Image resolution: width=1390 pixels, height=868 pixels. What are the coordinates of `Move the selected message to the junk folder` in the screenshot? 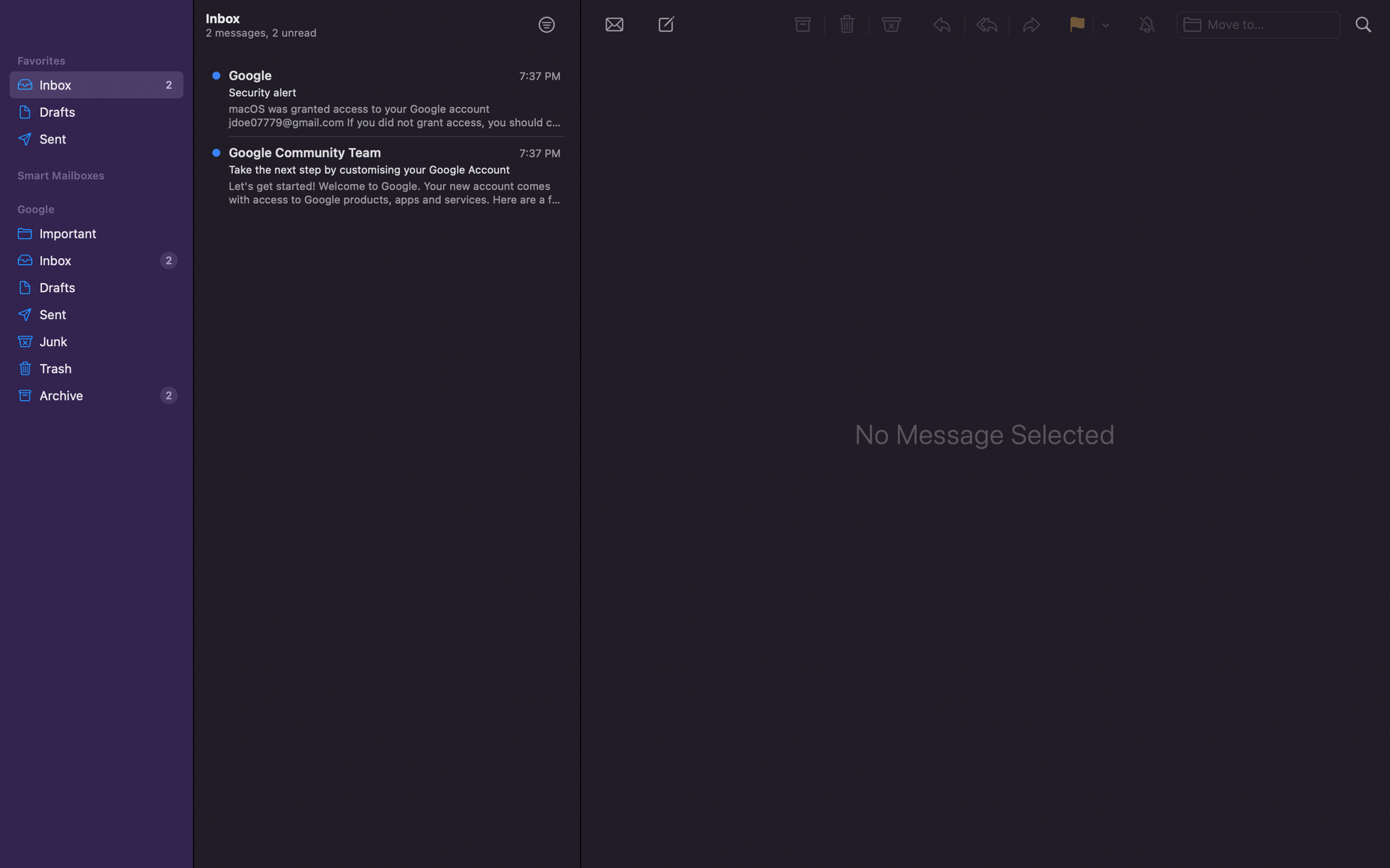 It's located at (893, 24).